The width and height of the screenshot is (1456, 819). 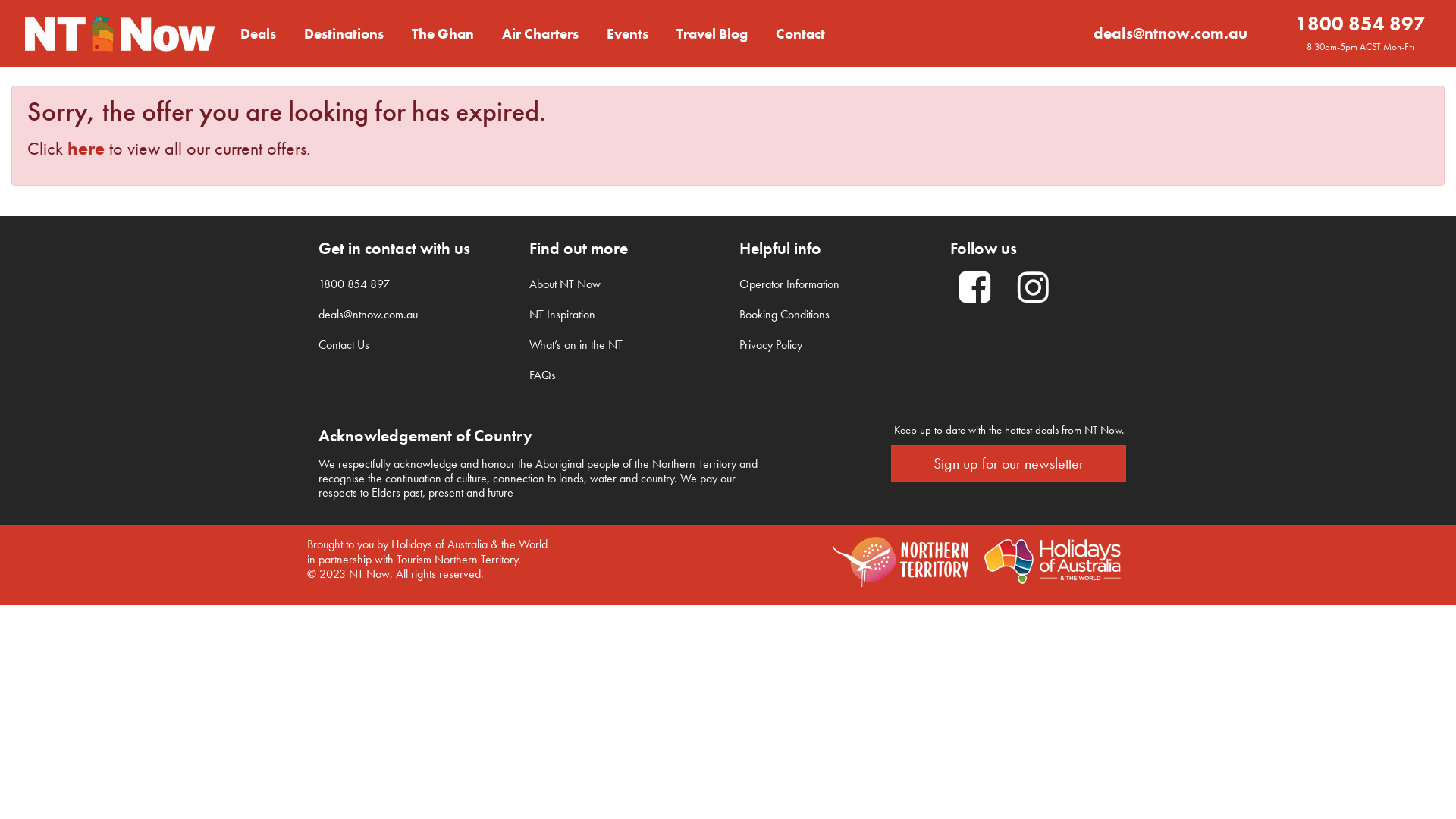 I want to click on 'deals@ntnow.com.au', so click(x=1169, y=33).